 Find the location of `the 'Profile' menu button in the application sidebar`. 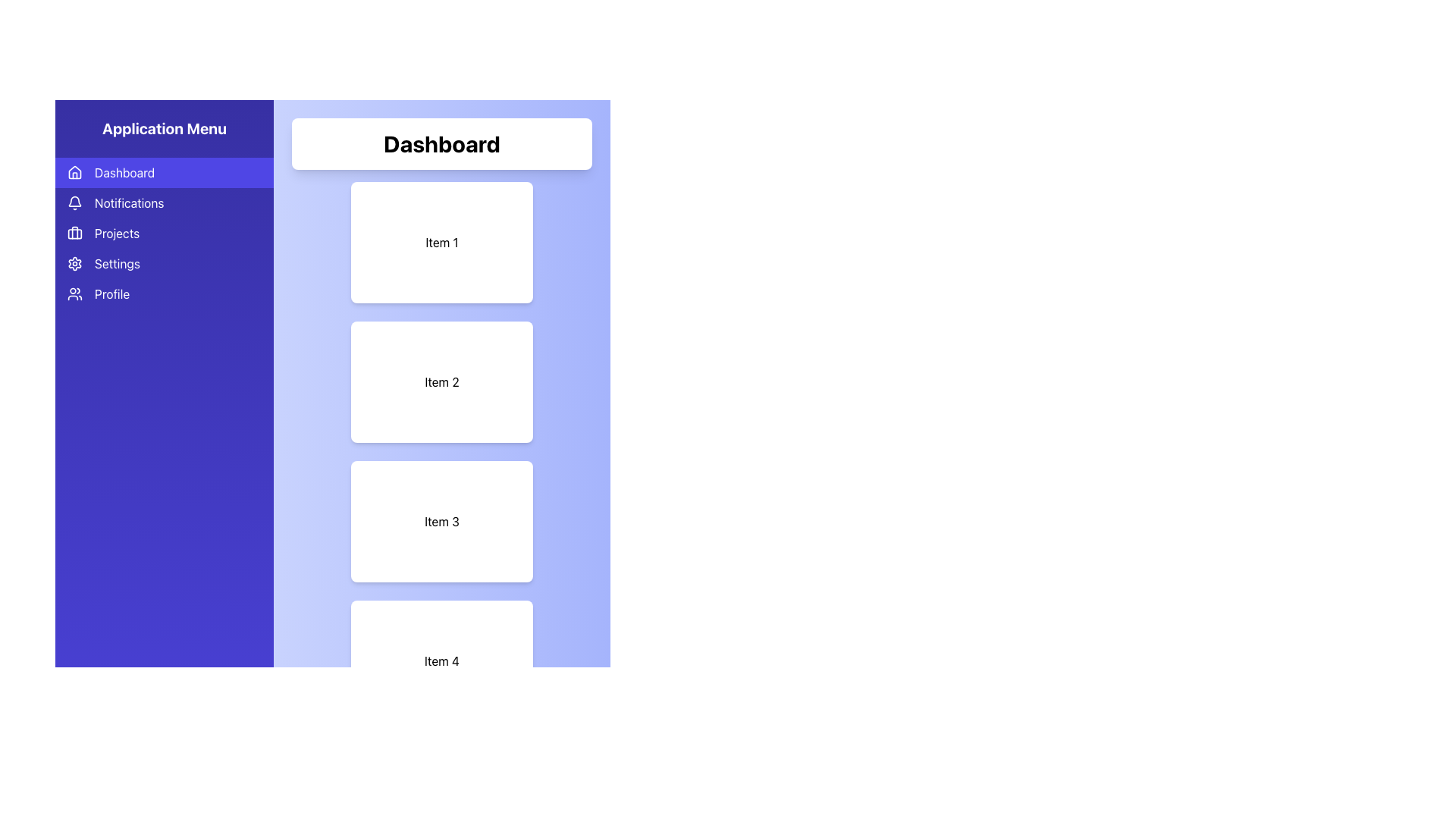

the 'Profile' menu button in the application sidebar is located at coordinates (164, 294).